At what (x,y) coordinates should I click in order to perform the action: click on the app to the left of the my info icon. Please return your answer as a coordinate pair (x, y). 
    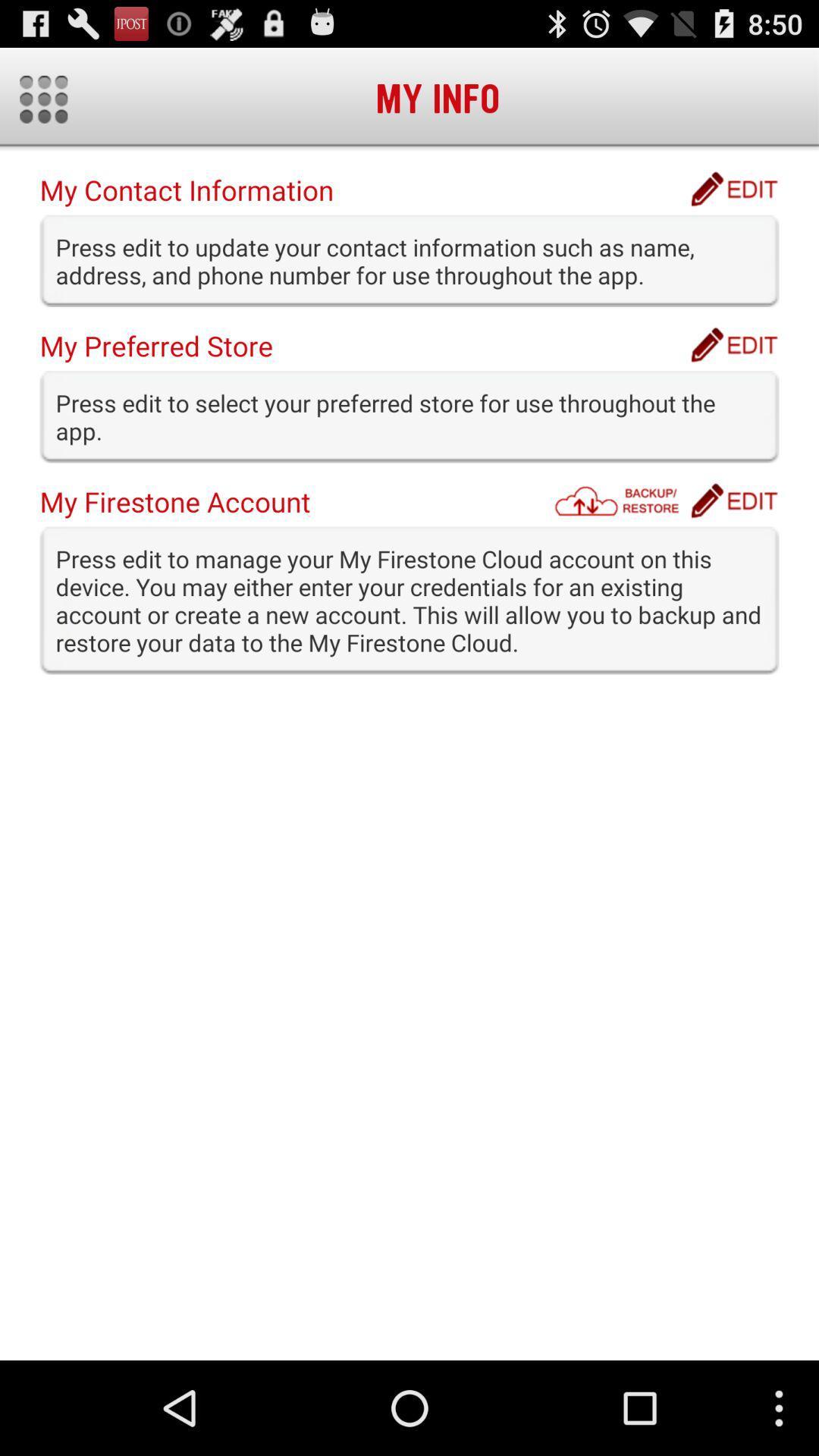
    Looking at the image, I should click on (42, 99).